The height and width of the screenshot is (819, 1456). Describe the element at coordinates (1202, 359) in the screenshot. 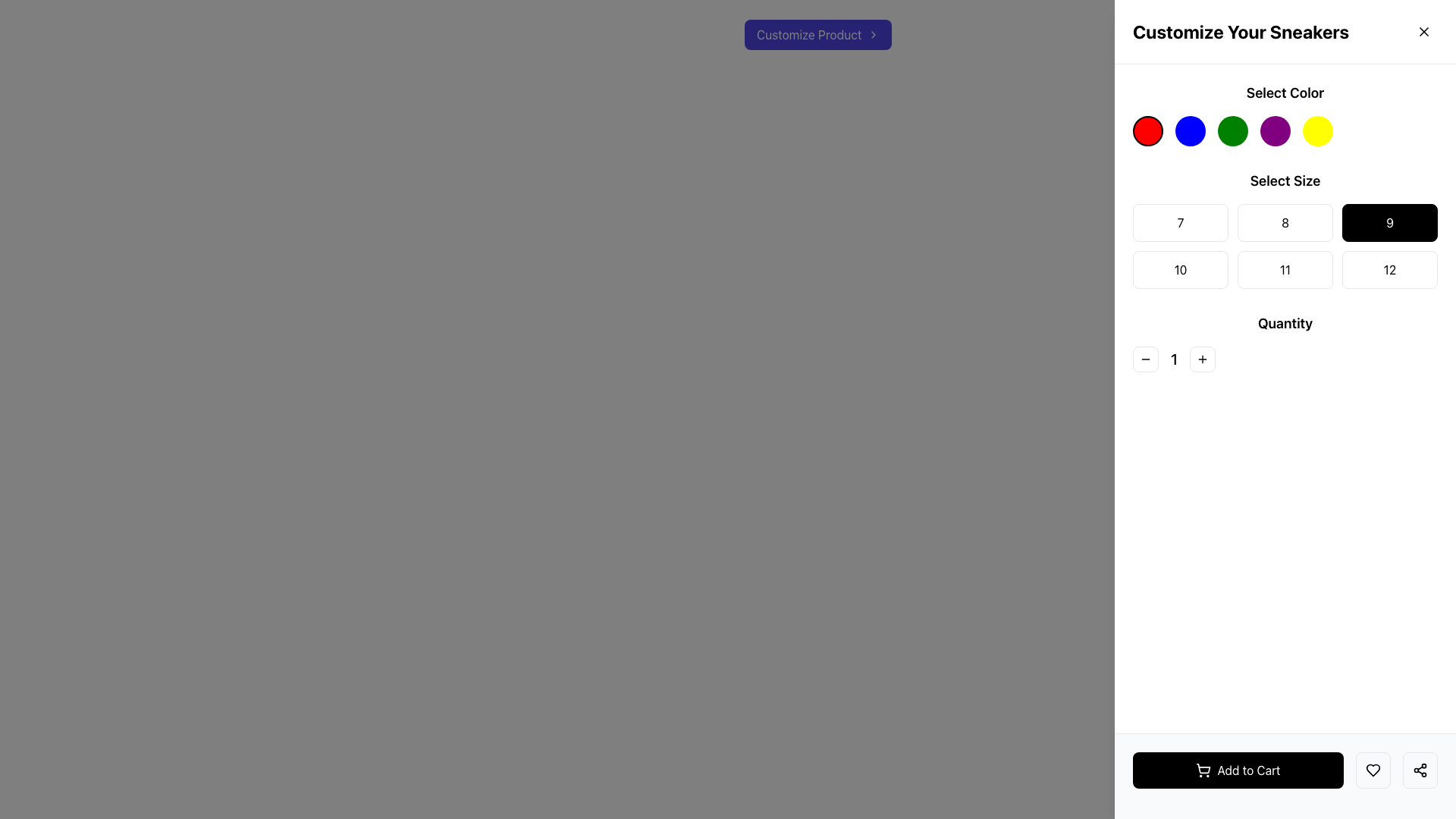

I see `the icon button with a plus sign symbol located in the quantity adjustment section` at that location.